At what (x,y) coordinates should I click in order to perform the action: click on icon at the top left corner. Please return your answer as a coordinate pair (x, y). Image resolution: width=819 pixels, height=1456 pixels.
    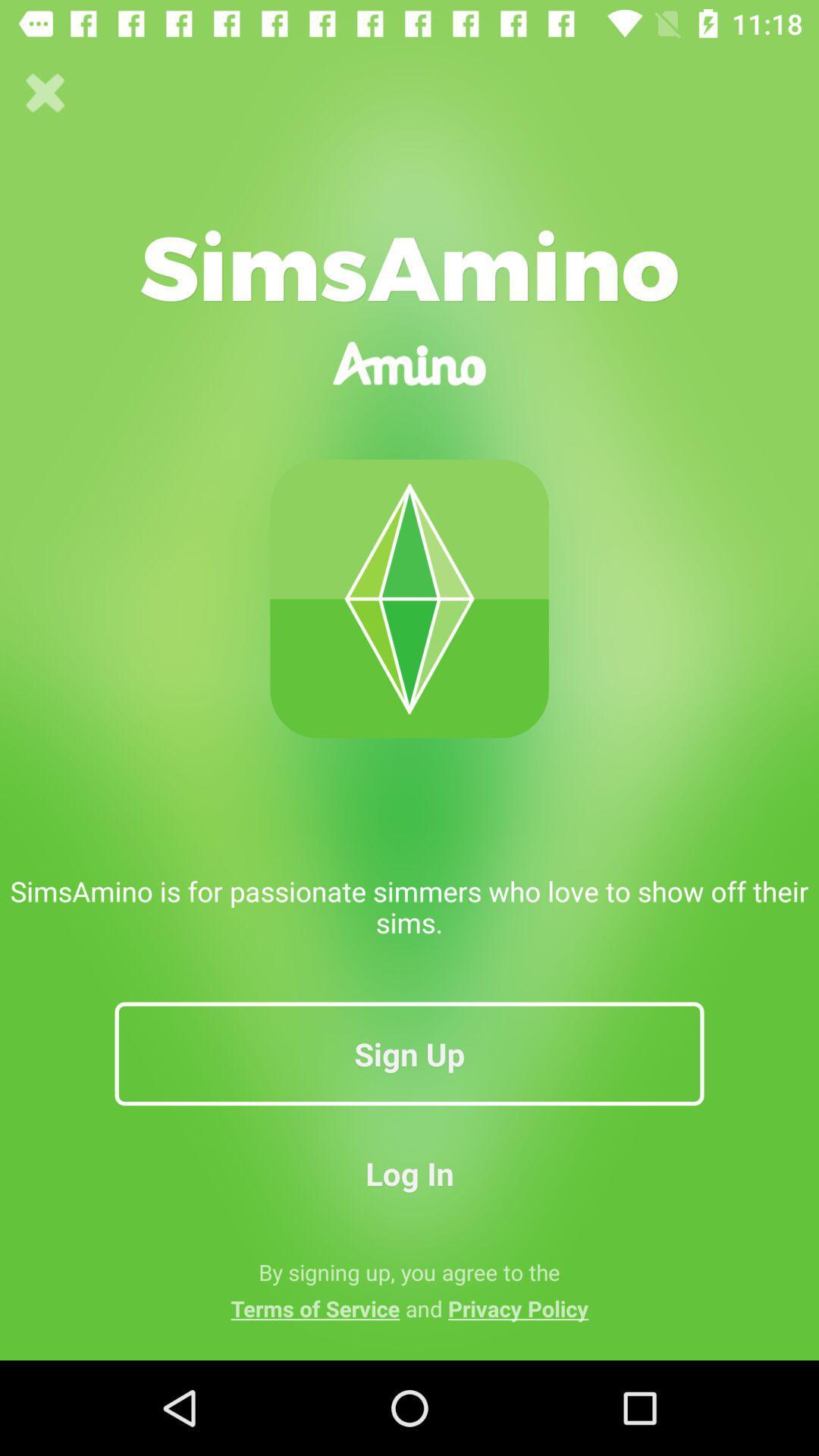
    Looking at the image, I should click on (45, 93).